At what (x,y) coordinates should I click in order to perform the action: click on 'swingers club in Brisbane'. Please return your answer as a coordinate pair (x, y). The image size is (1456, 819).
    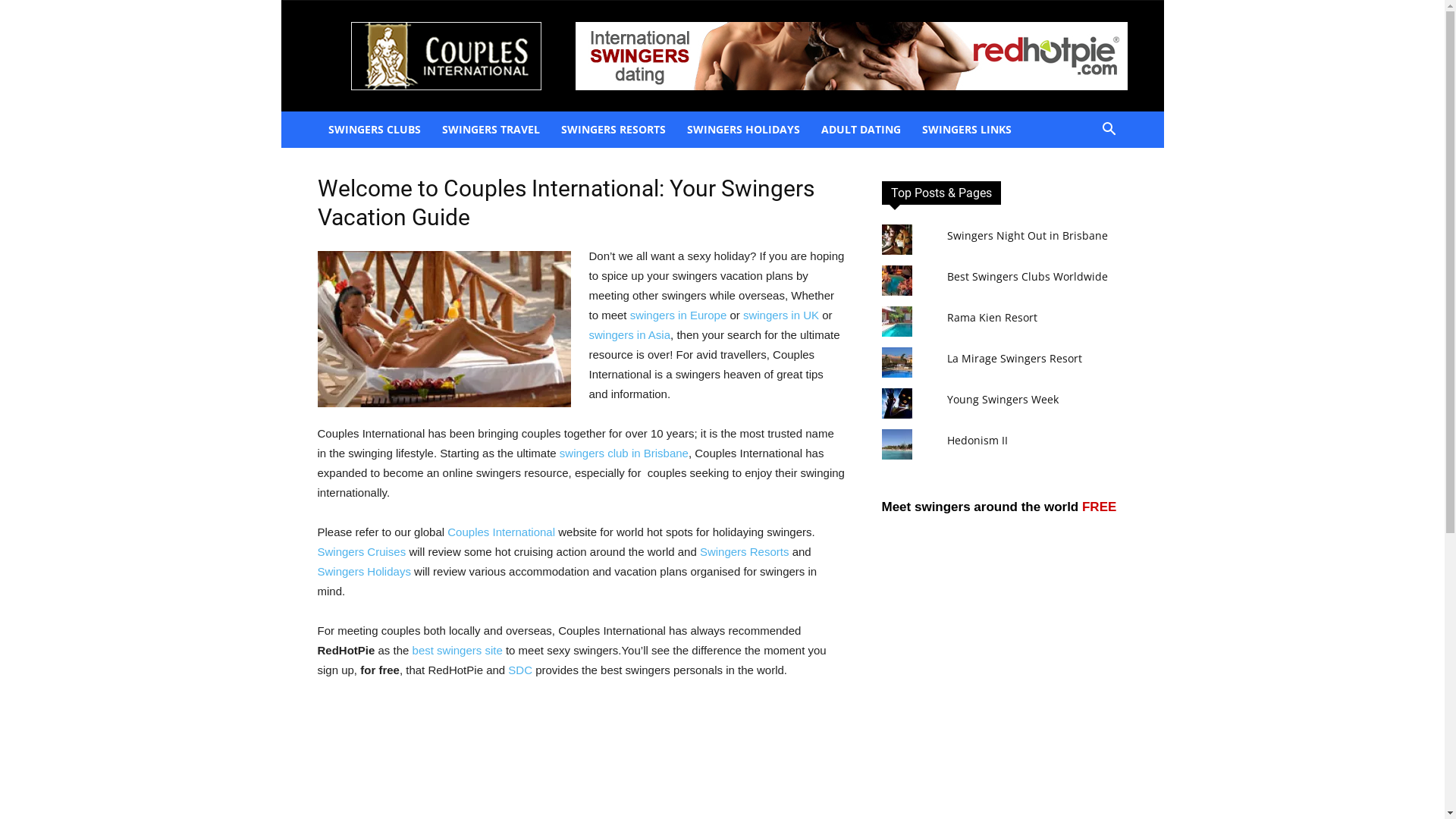
    Looking at the image, I should click on (623, 452).